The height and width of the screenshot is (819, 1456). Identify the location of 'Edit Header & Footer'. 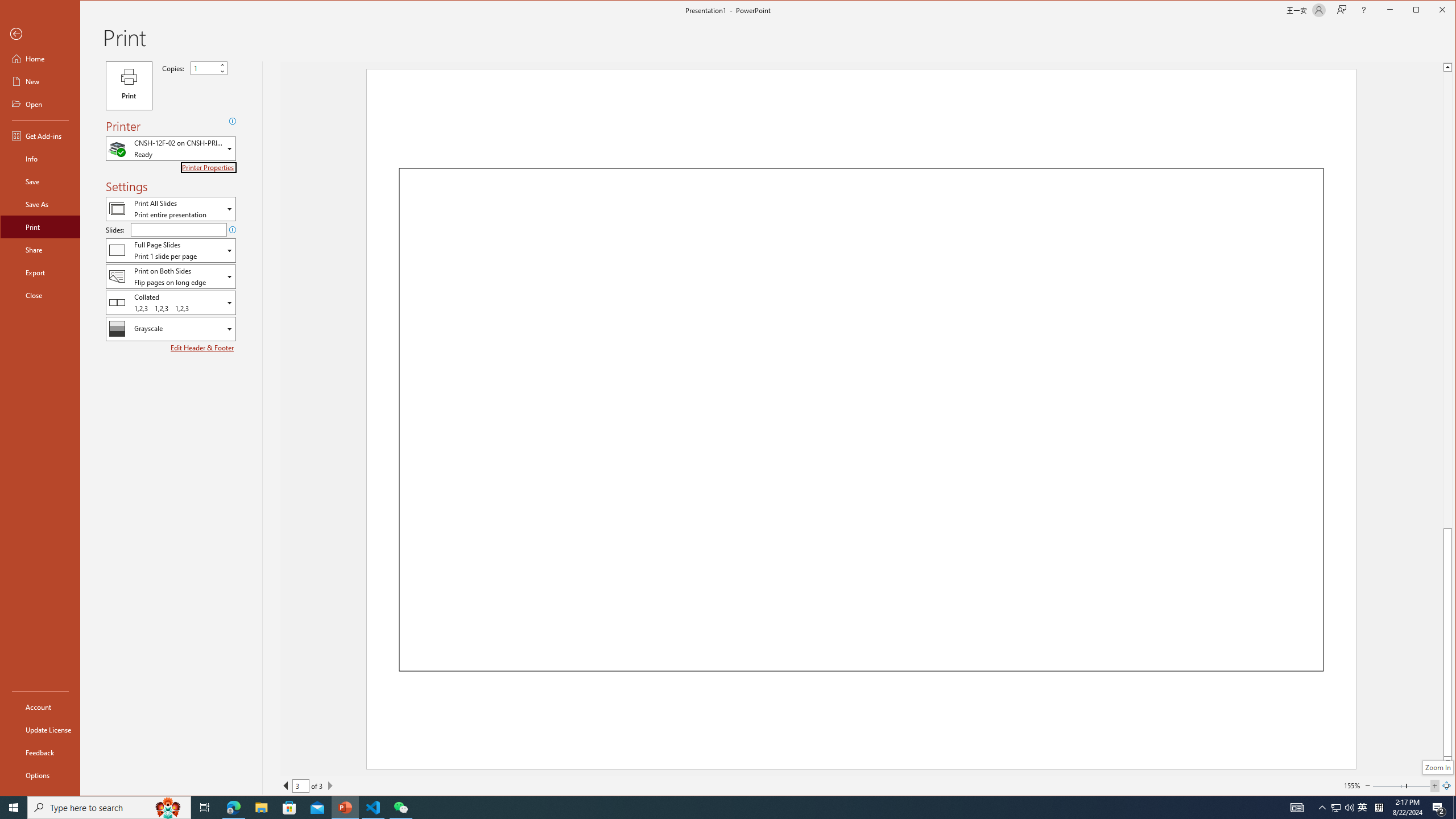
(202, 348).